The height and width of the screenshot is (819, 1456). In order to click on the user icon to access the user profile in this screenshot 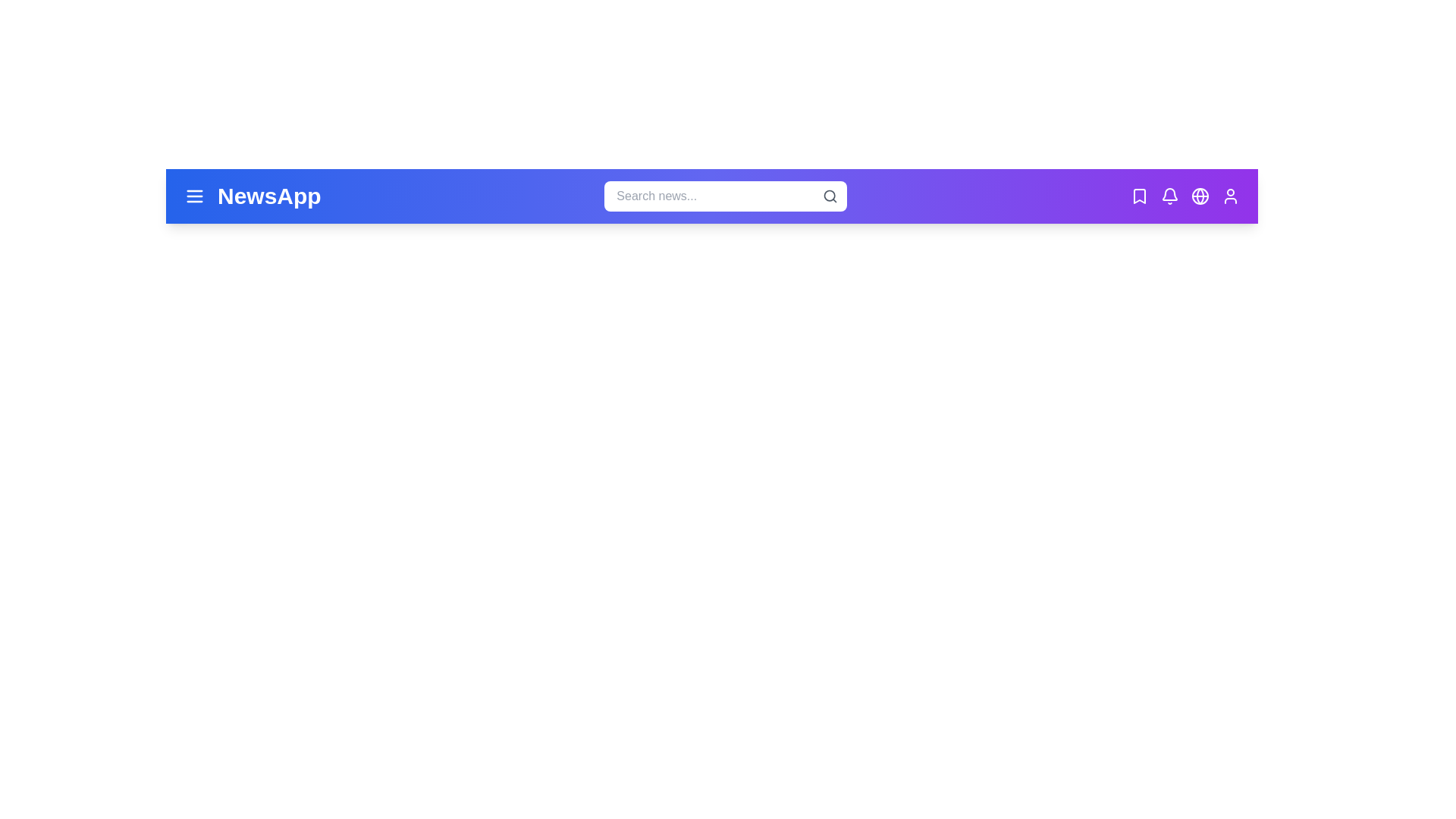, I will do `click(1230, 195)`.